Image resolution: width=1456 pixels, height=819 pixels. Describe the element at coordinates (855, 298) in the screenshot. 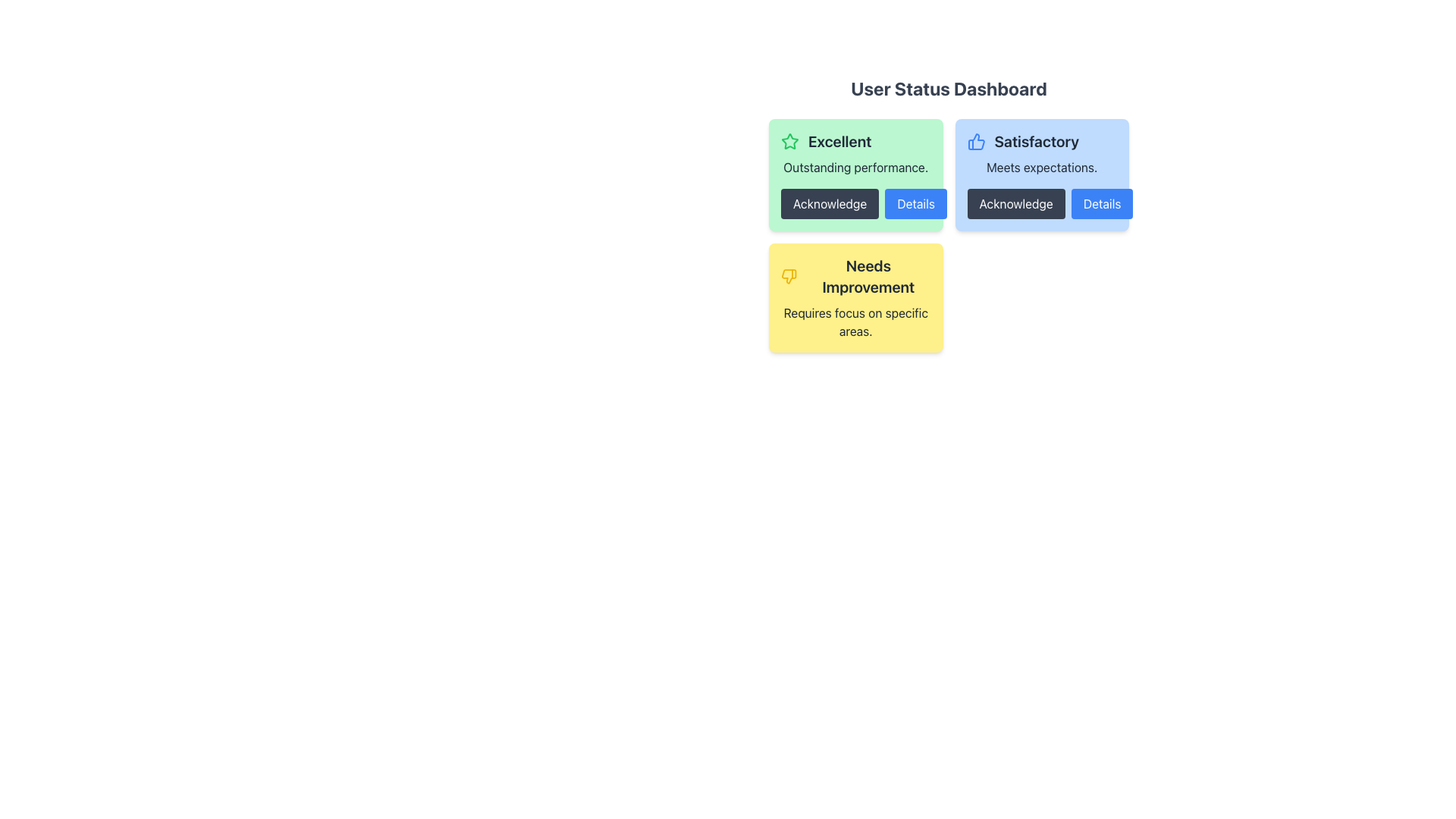

I see `the Informational card indicating 'Needs Improvement' located in the bottom-left of the User Status Dashboard, positioned below the 'Excellent' card and adjacent to the 'Satisfactory' card` at that location.